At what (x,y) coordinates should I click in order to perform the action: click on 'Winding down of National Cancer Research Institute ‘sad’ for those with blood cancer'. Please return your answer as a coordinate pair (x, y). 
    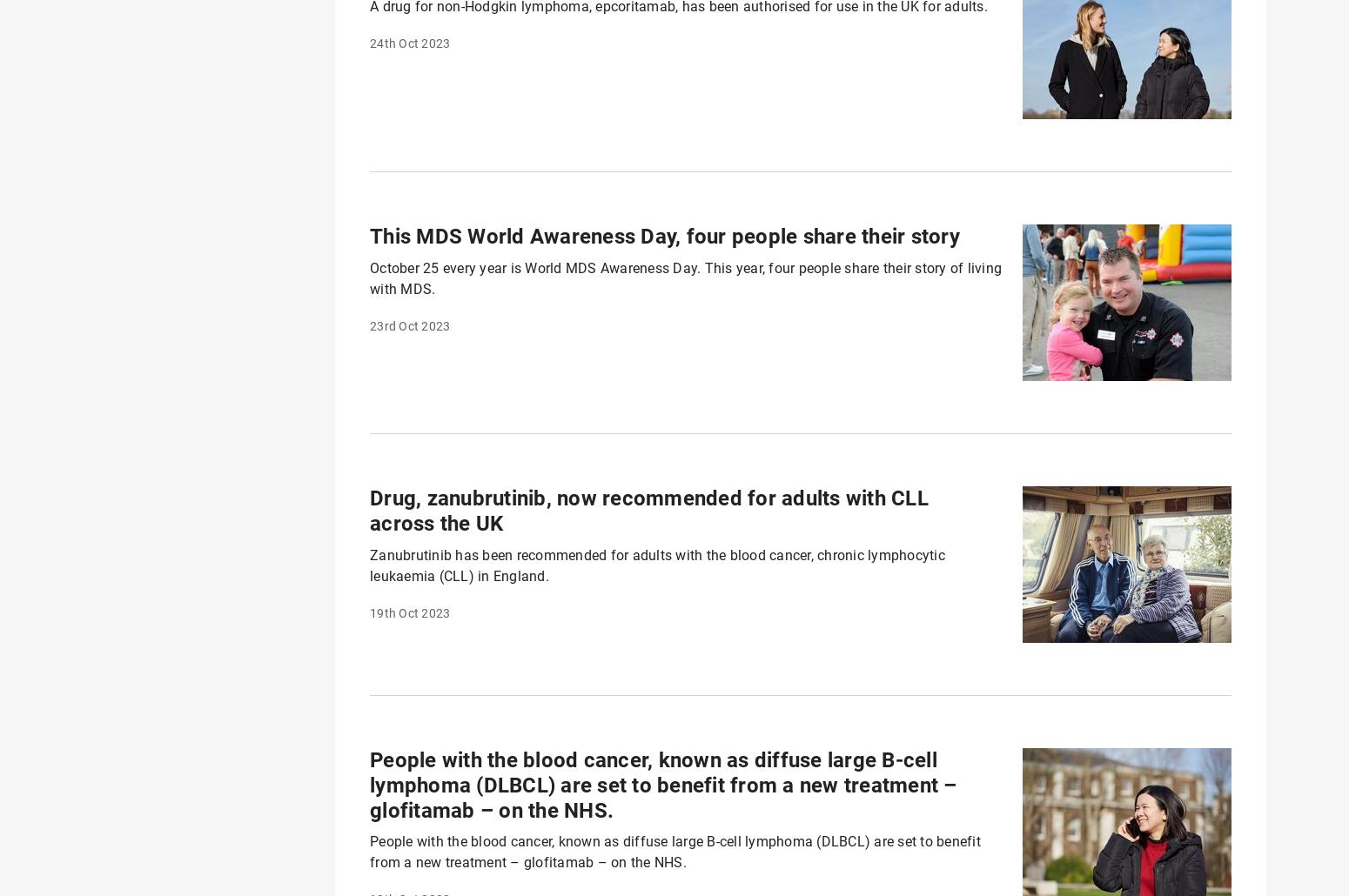
    Looking at the image, I should click on (661, 97).